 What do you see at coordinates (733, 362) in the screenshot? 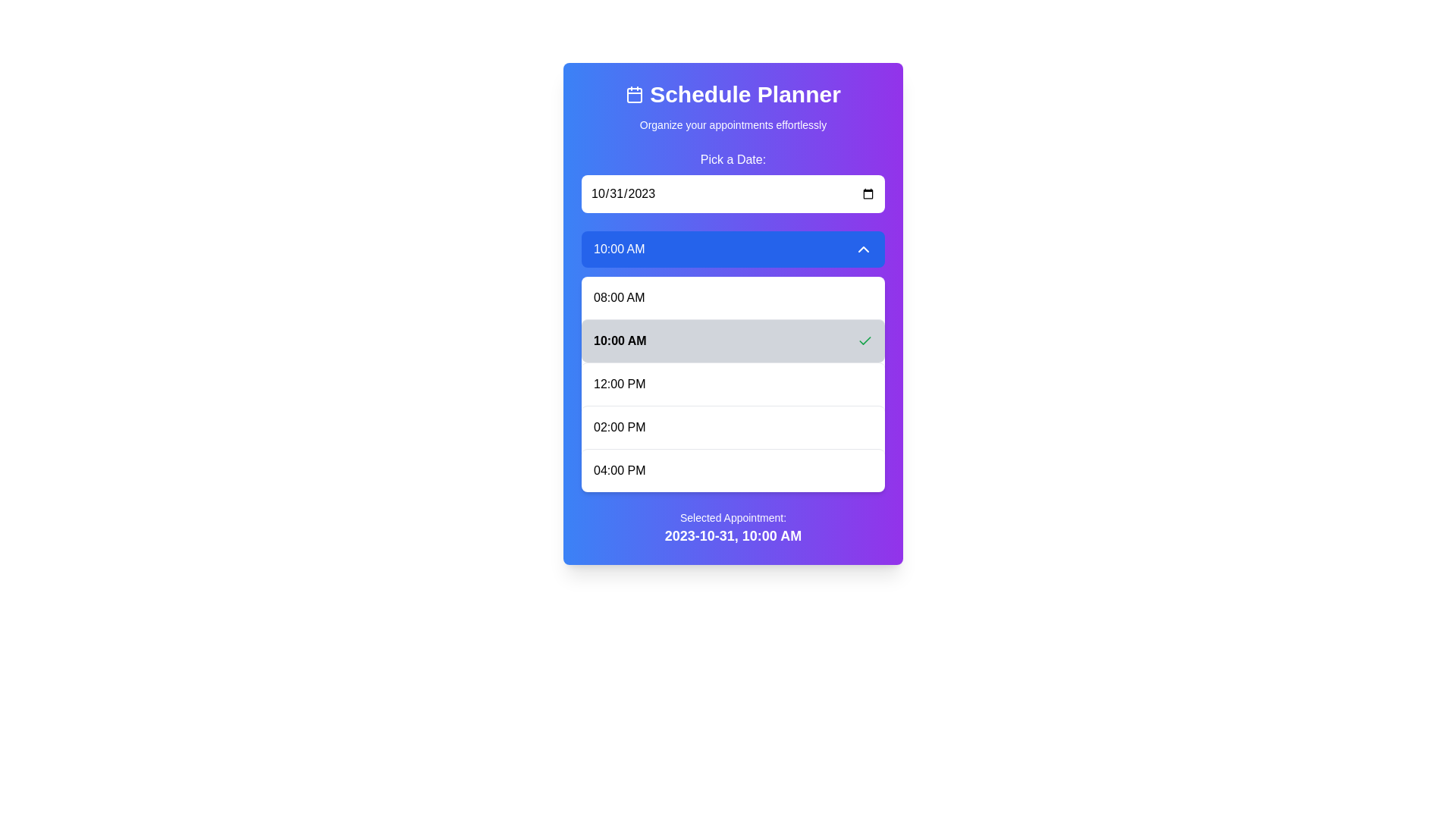
I see `the highlighted menu option '10:00 AM' in the dropdown list` at bounding box center [733, 362].